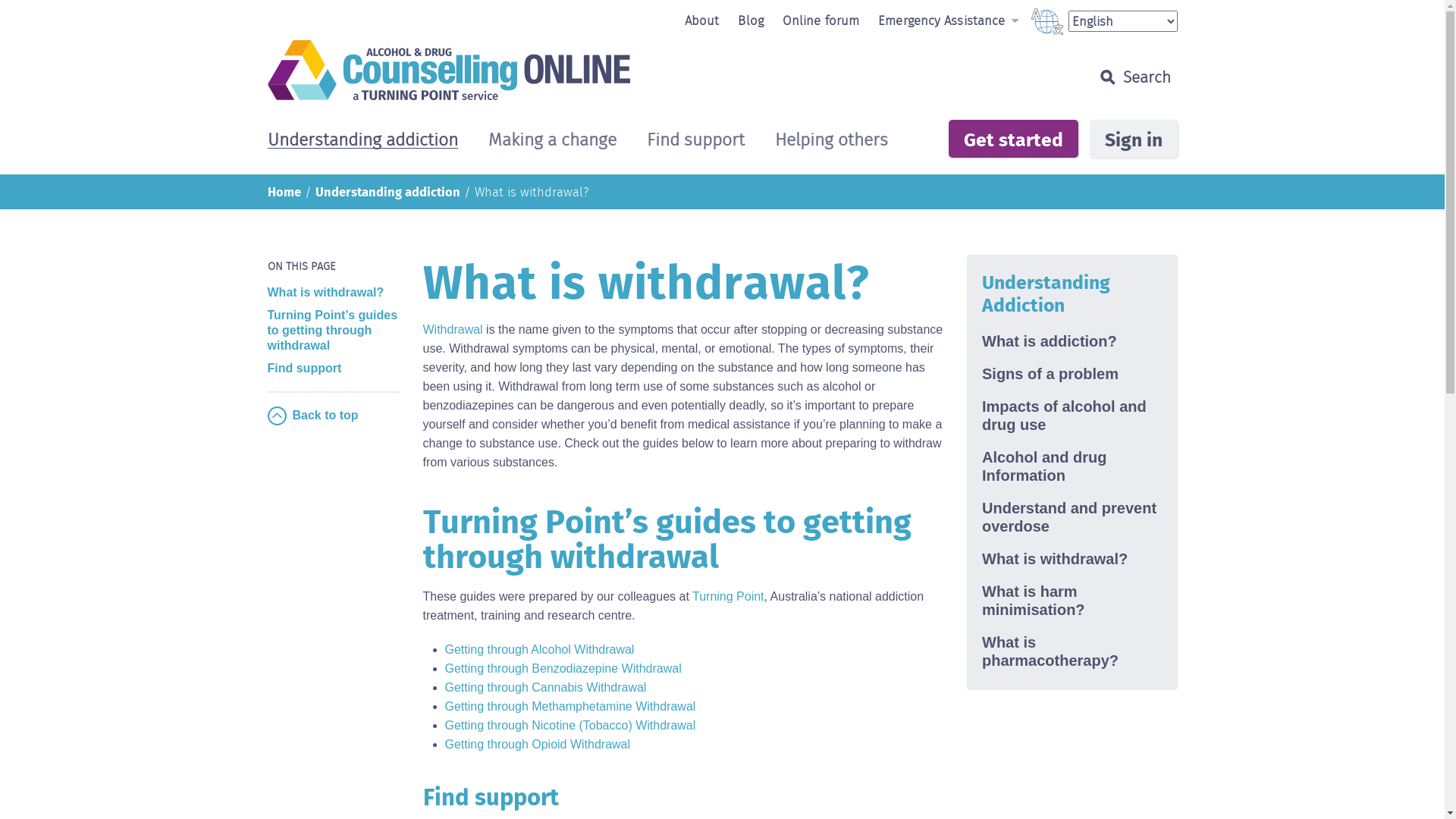 The width and height of the screenshot is (1456, 819). I want to click on 'Getting through Methamphetamine Withdrawal', so click(569, 706).